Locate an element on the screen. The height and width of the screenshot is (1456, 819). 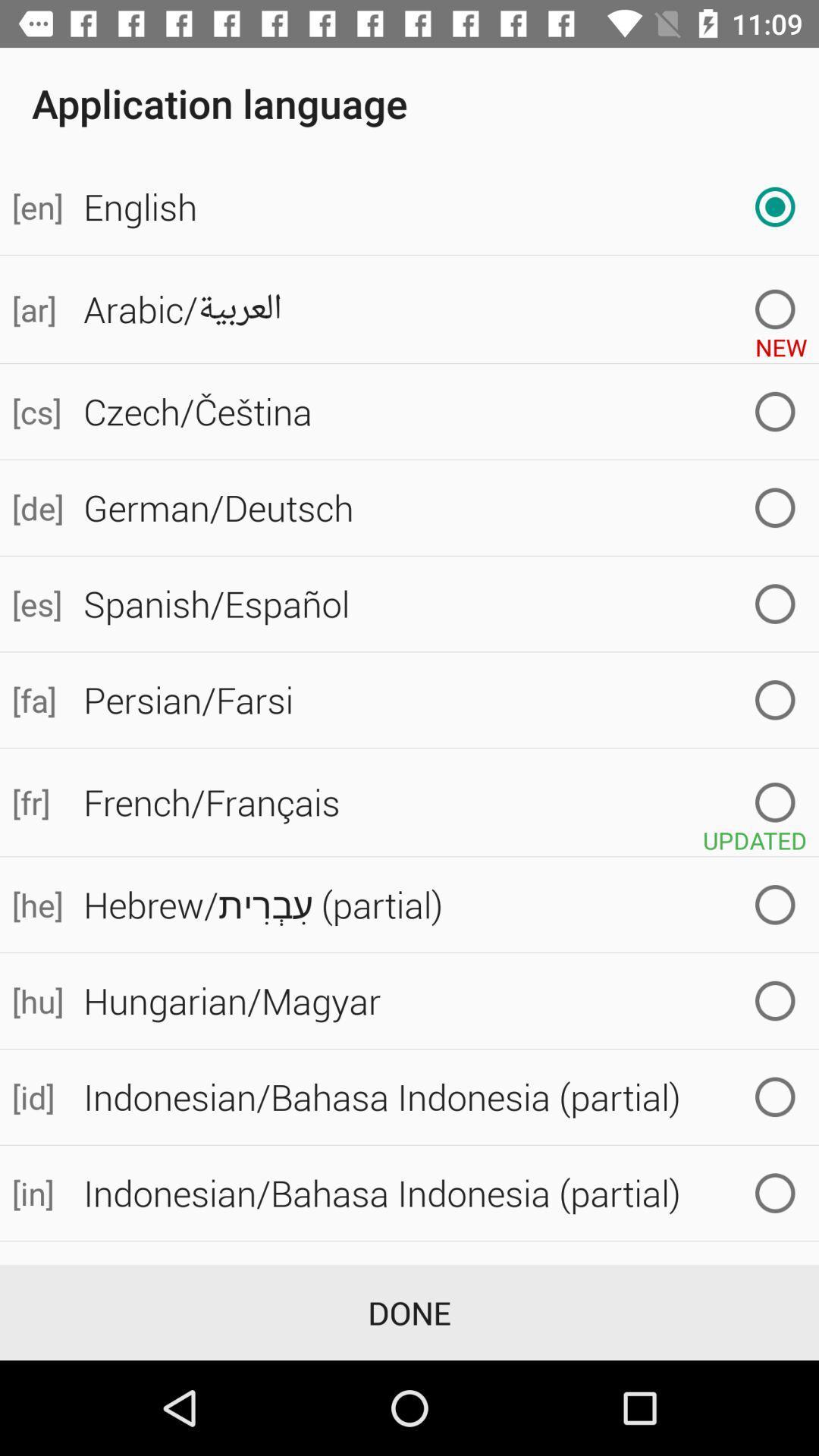
the icon to the left of indonesian bahasa indonesia icon is located at coordinates (35, 1192).